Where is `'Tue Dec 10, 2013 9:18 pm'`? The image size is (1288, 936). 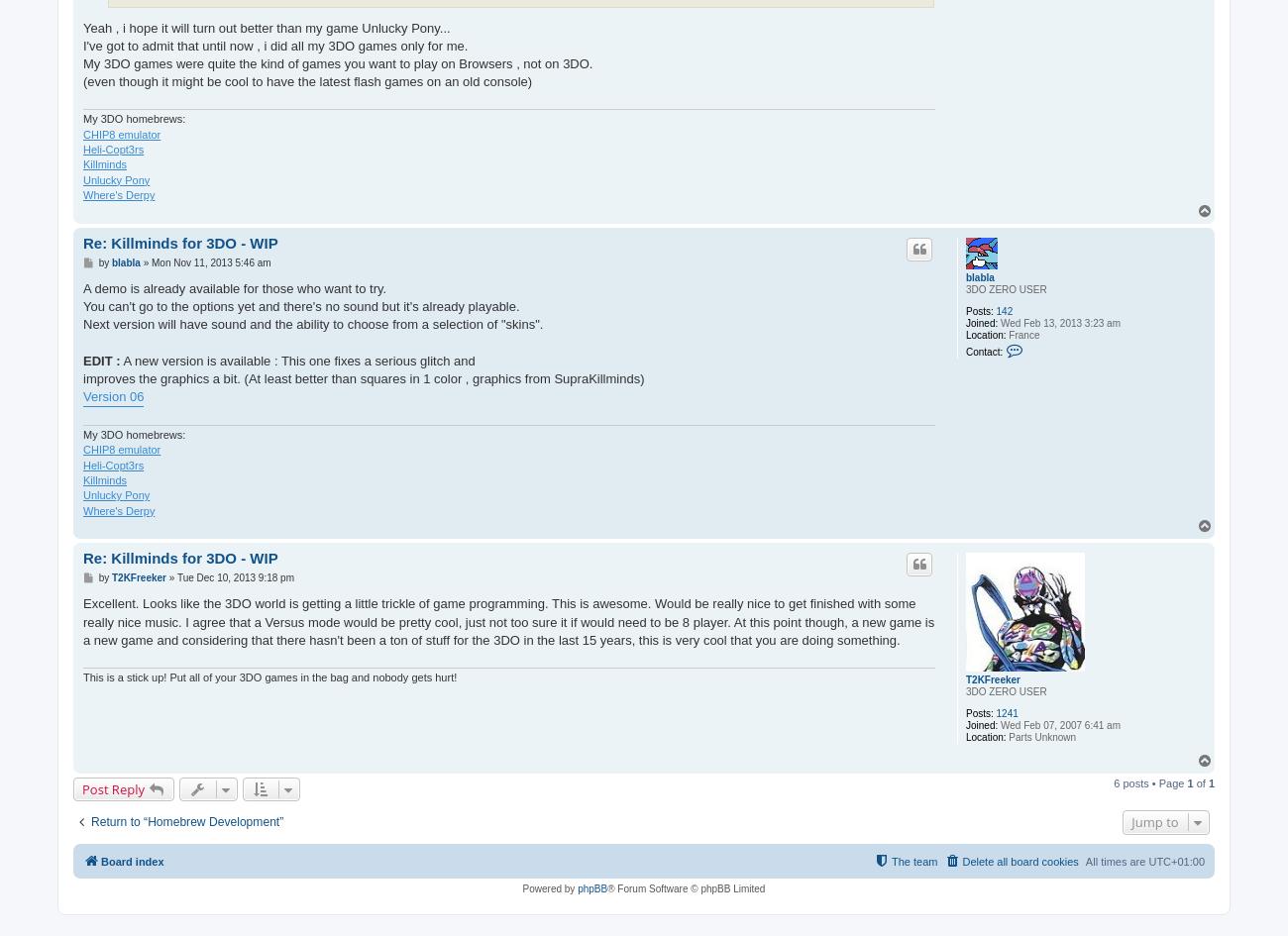
'Tue Dec 10, 2013 9:18 pm' is located at coordinates (233, 577).